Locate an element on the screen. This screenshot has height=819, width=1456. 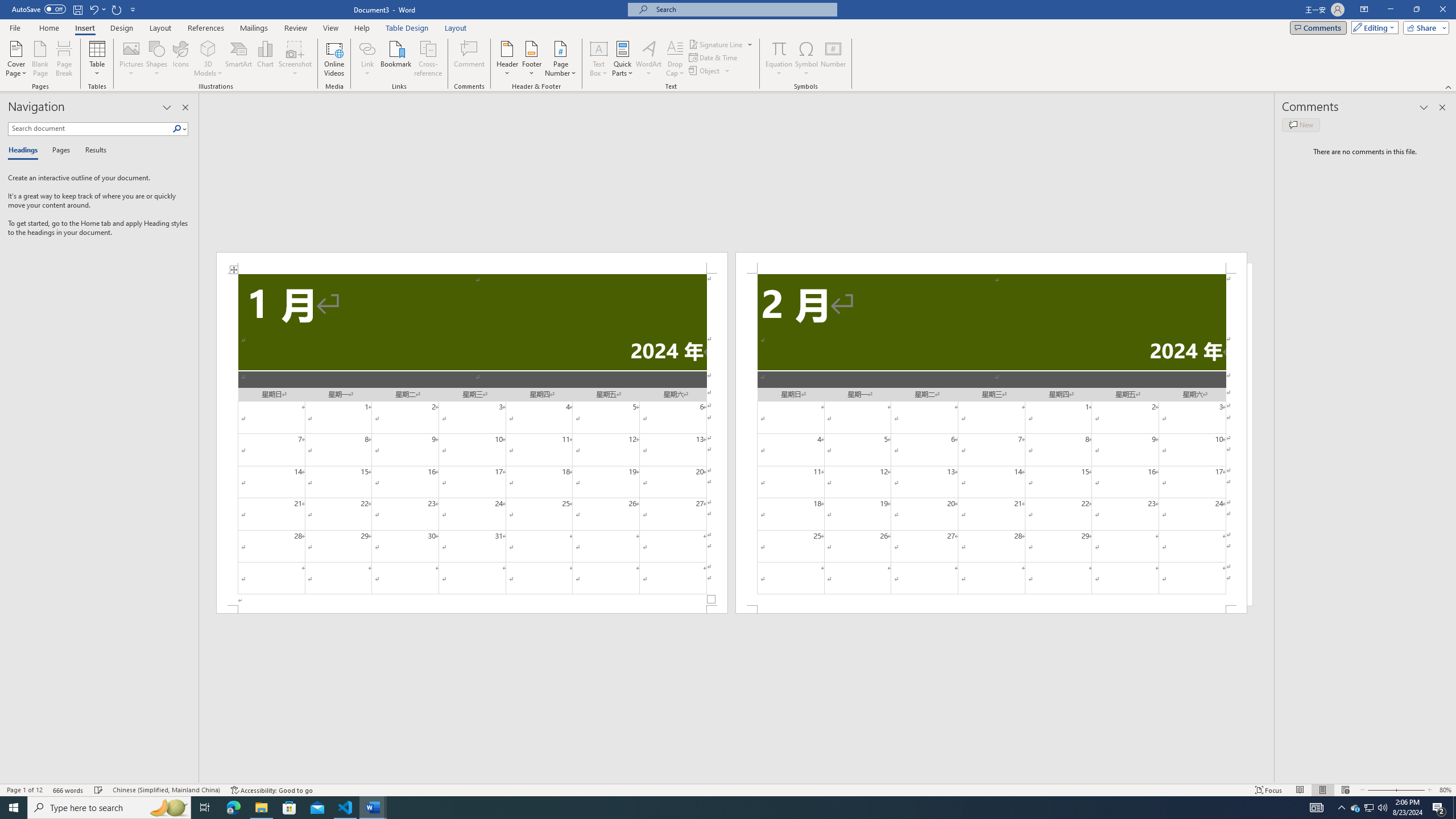
'Header -Section 2-' is located at coordinates (991, 263).